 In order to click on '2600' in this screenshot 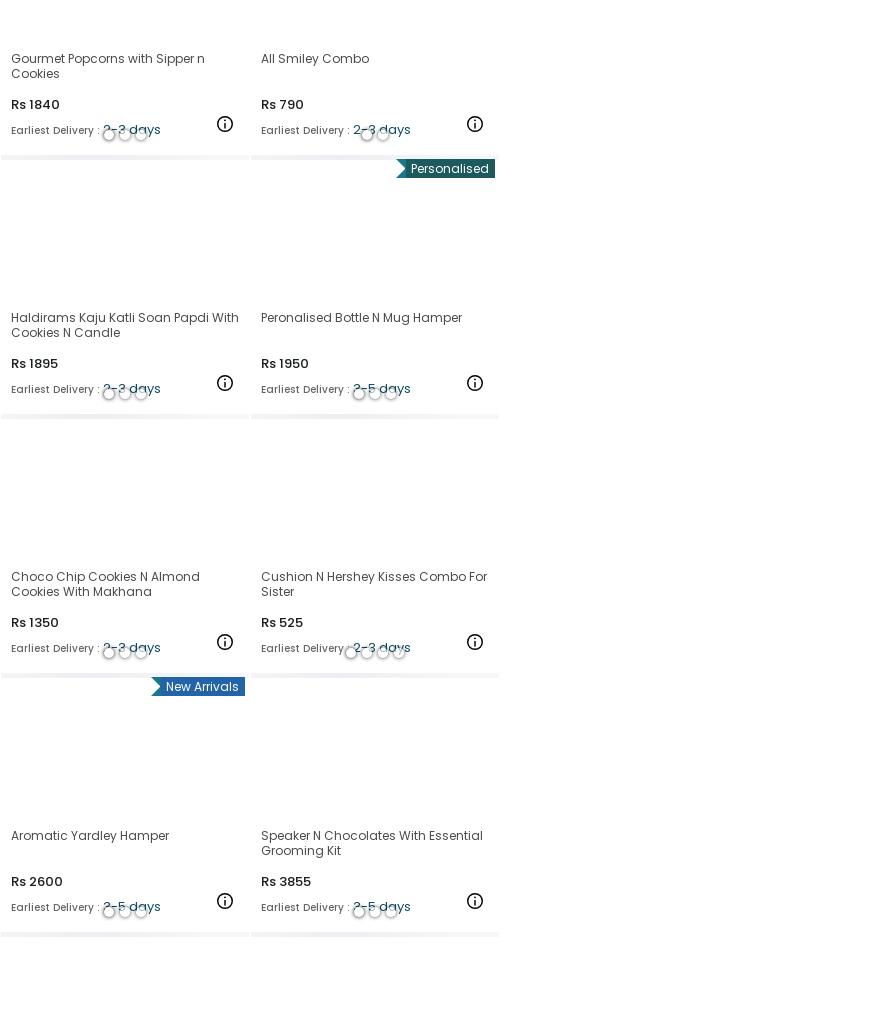, I will do `click(46, 879)`.